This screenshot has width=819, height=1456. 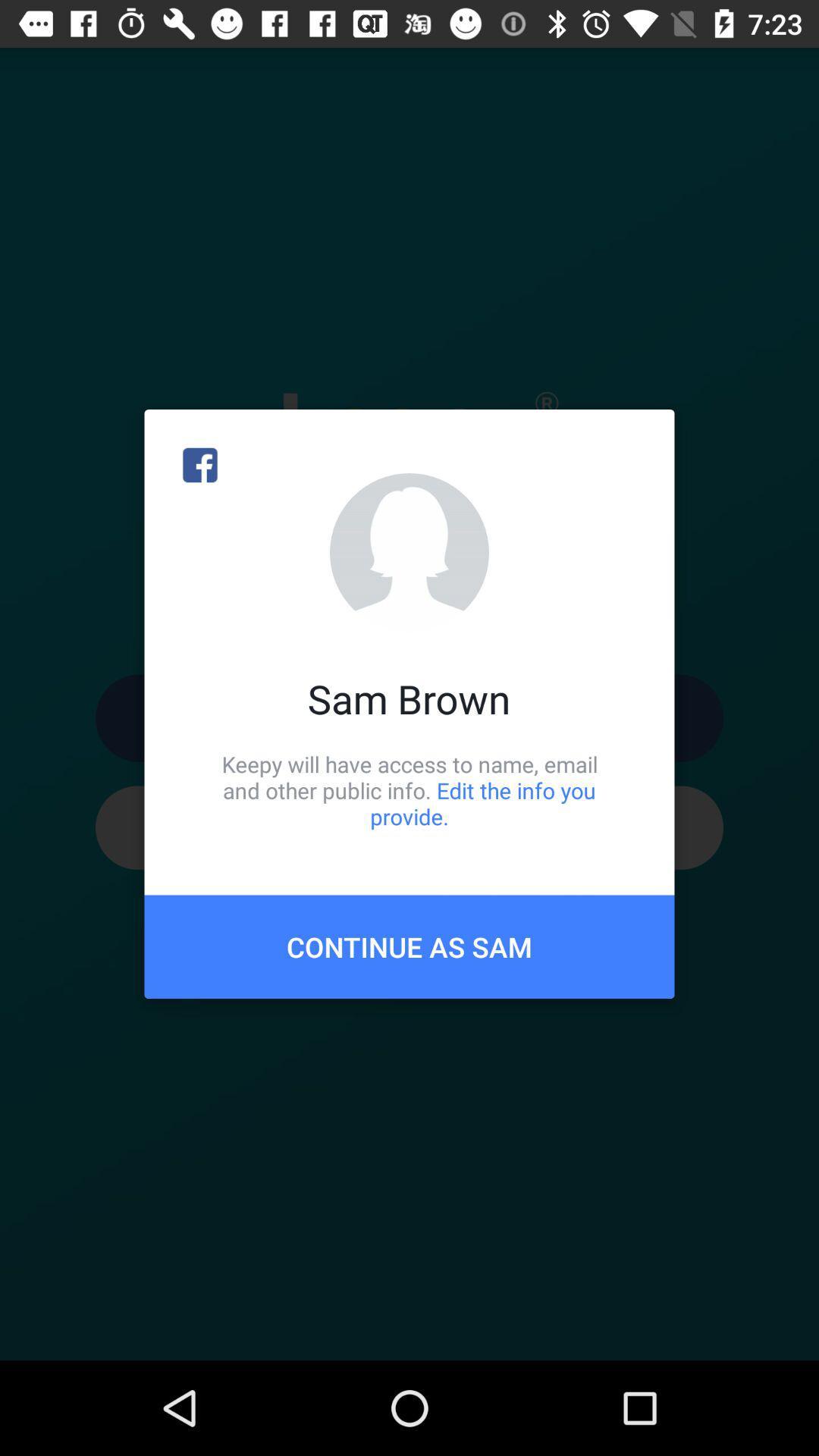 I want to click on the keepy will have, so click(x=409, y=789).